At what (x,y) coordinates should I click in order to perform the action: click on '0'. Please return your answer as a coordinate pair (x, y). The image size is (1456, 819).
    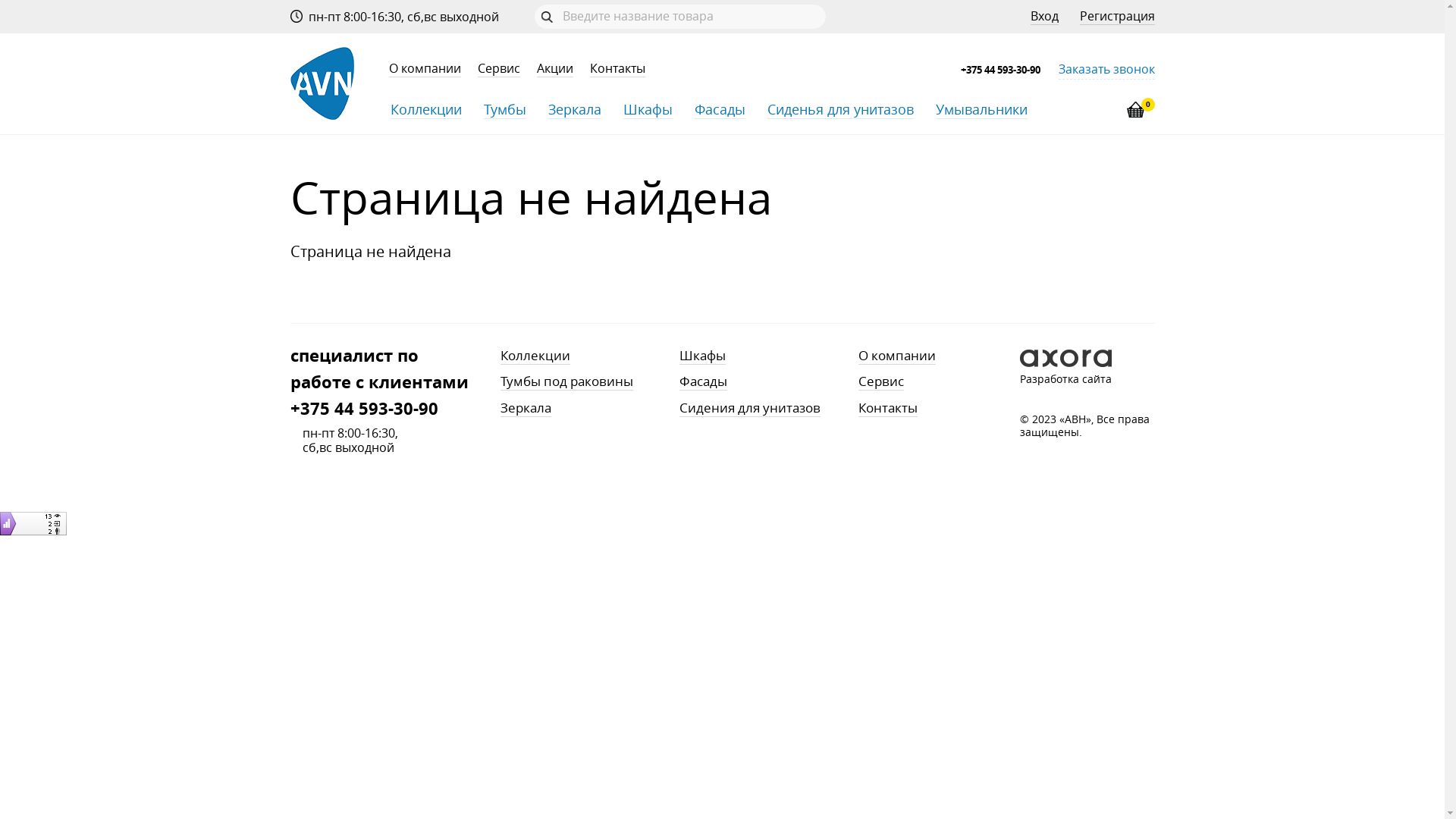
    Looking at the image, I should click on (1133, 113).